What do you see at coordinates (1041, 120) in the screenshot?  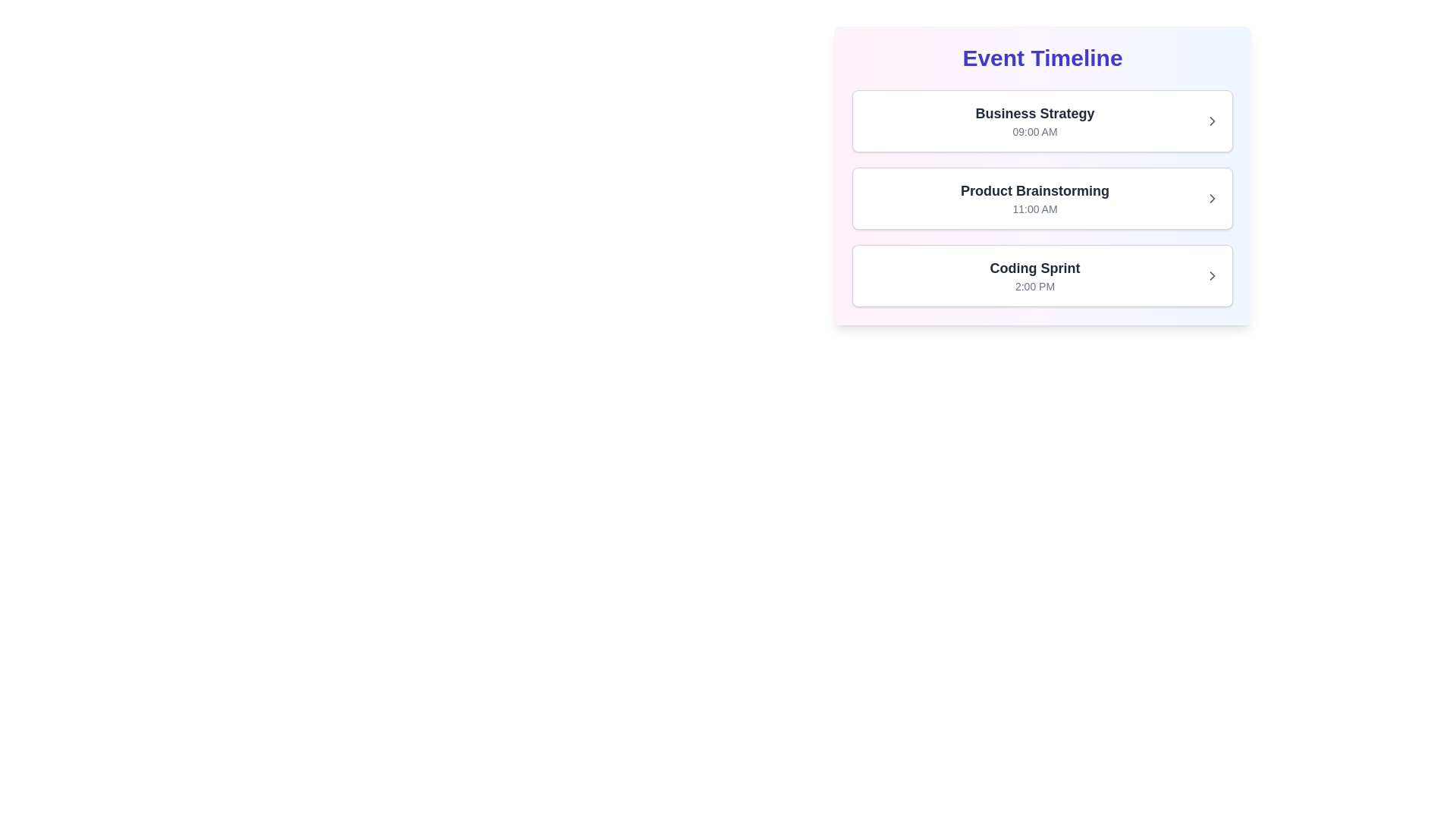 I see `the first list item in the 'Event Timeline' section` at bounding box center [1041, 120].